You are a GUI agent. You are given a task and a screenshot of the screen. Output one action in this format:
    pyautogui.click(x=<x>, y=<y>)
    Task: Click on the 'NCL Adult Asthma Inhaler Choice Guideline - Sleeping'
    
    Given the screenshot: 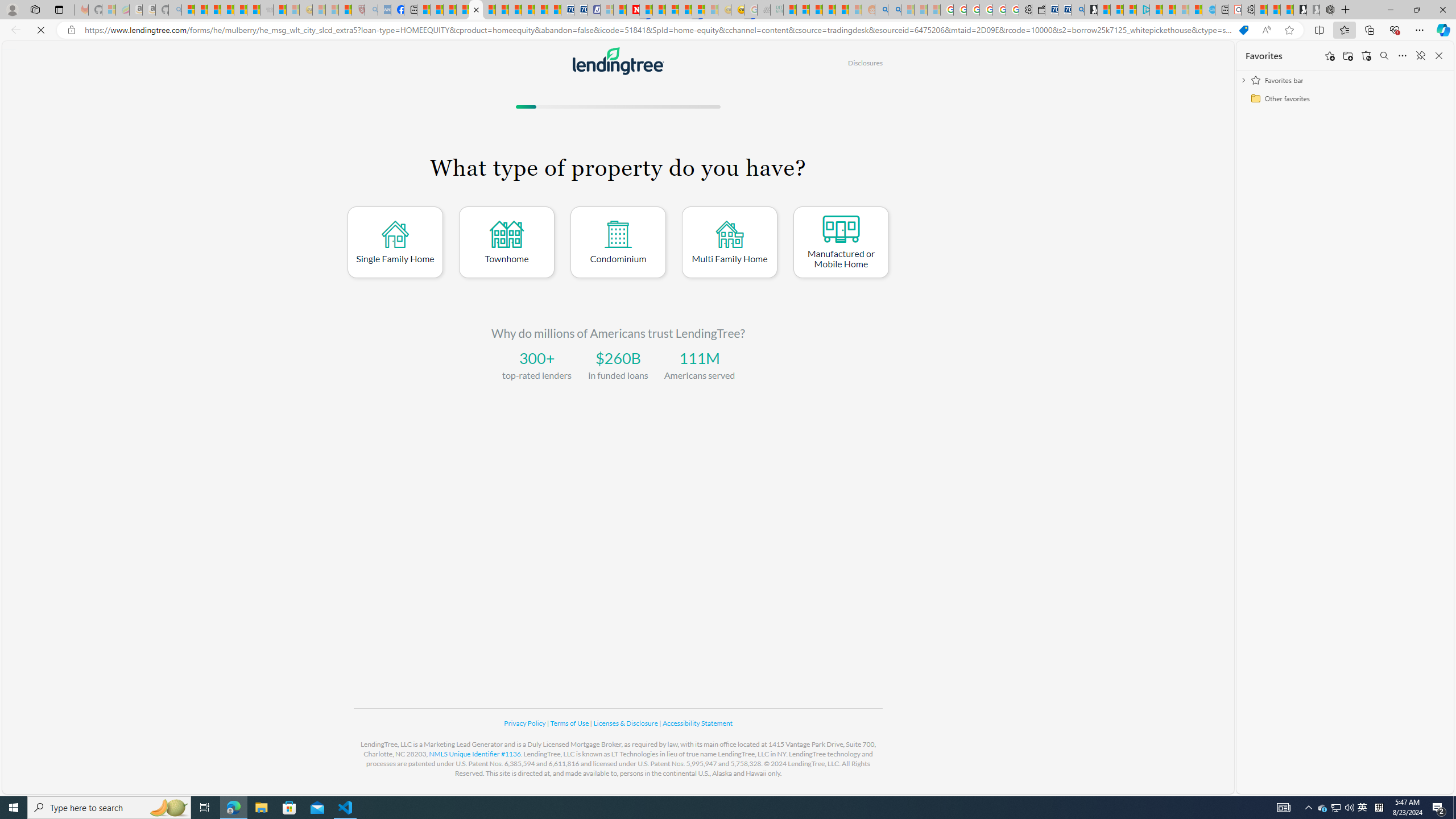 What is the action you would take?
    pyautogui.click(x=383, y=9)
    